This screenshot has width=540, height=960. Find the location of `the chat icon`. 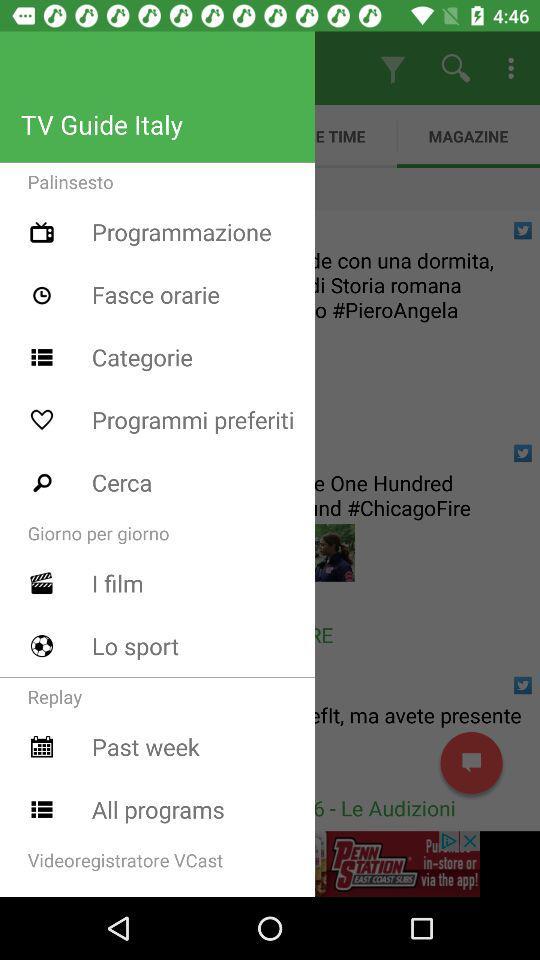

the chat icon is located at coordinates (471, 762).